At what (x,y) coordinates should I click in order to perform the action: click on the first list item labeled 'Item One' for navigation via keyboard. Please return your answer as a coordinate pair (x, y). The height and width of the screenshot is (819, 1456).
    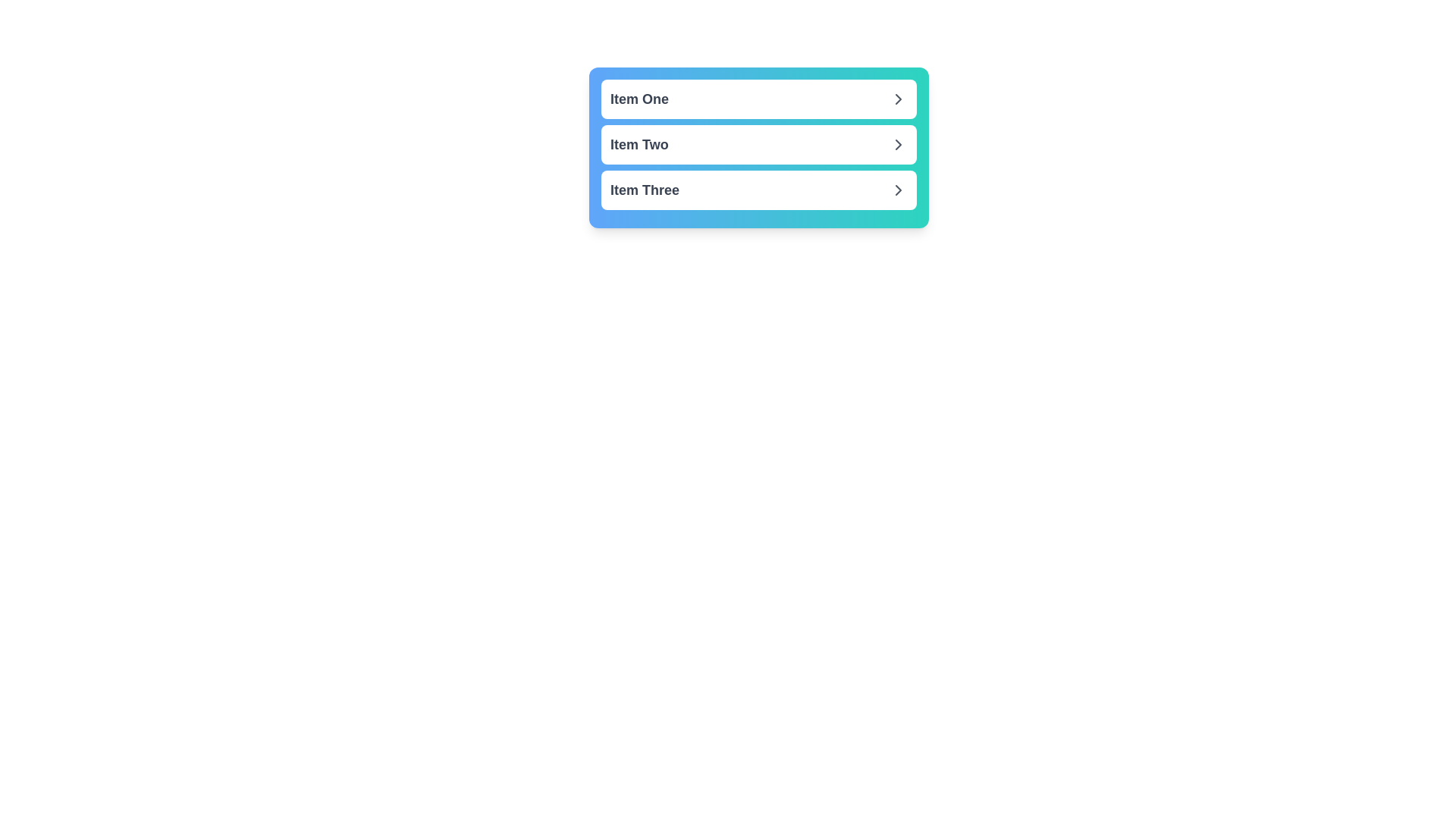
    Looking at the image, I should click on (759, 99).